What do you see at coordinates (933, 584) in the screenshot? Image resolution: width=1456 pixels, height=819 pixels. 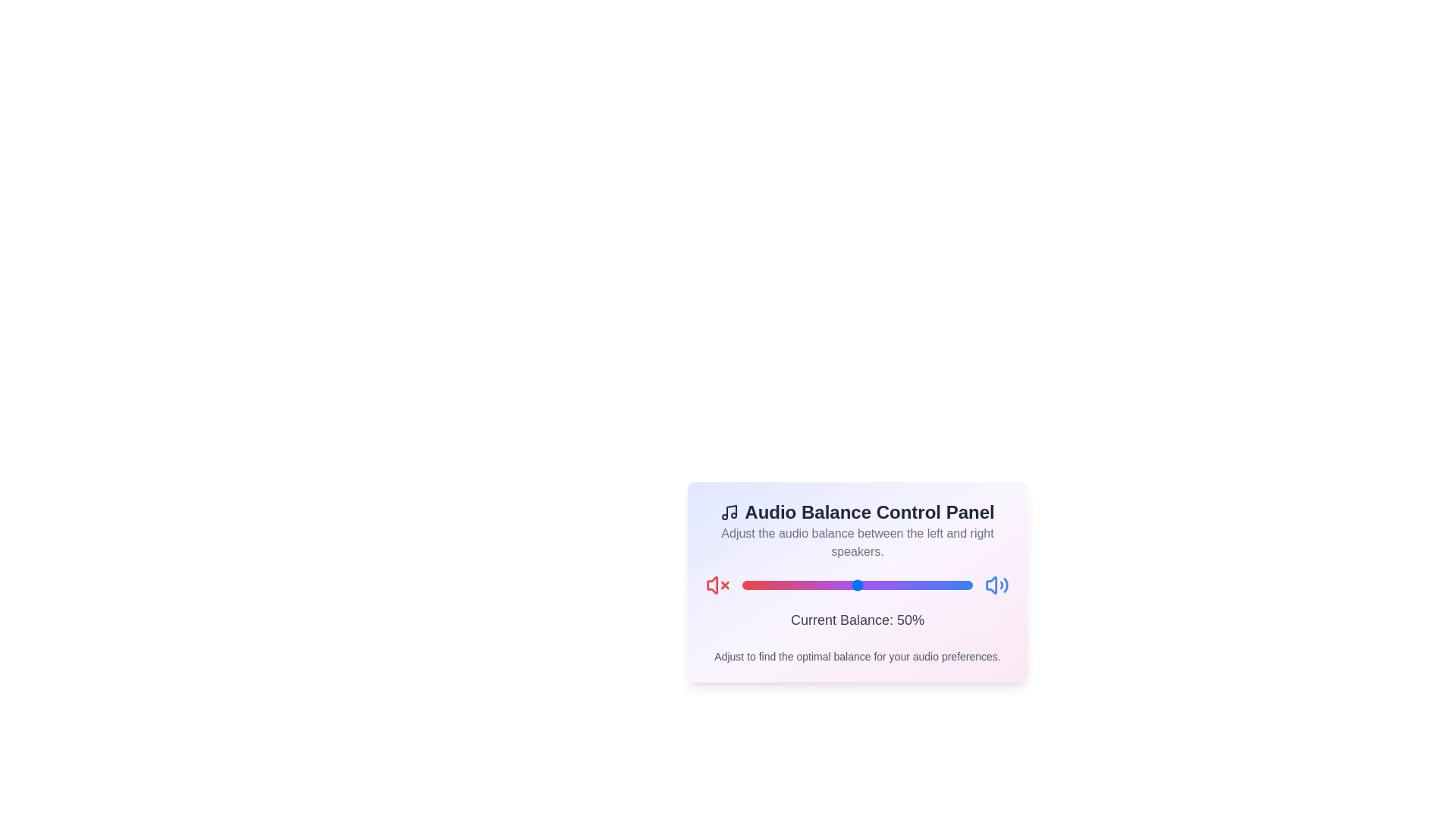 I see `the balance slider to 83%` at bounding box center [933, 584].